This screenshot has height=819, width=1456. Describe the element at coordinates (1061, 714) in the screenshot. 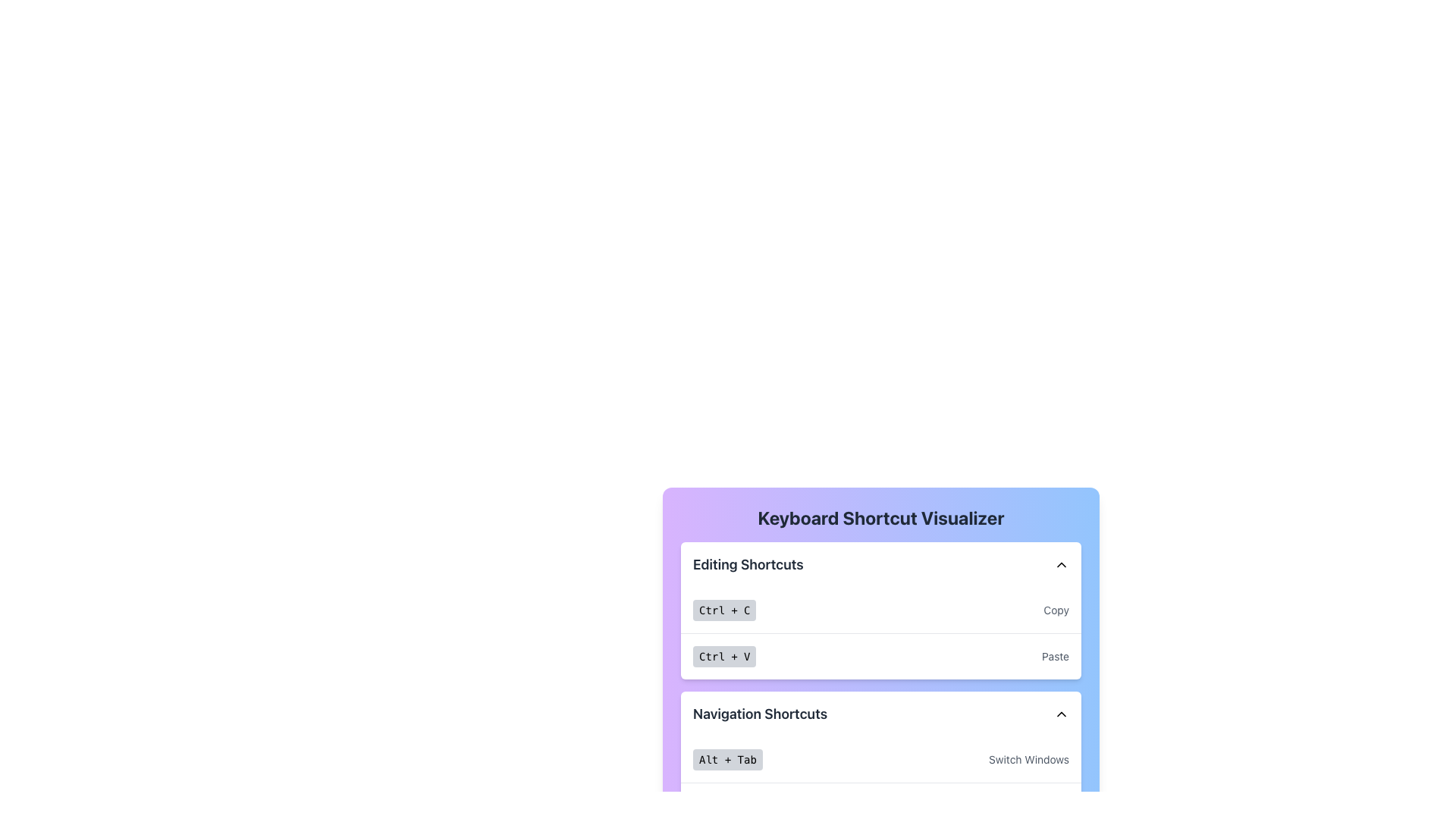

I see `the upward-pointing chevron icon located near the top-right corner of the 'Navigation Shortcuts' section header` at that location.